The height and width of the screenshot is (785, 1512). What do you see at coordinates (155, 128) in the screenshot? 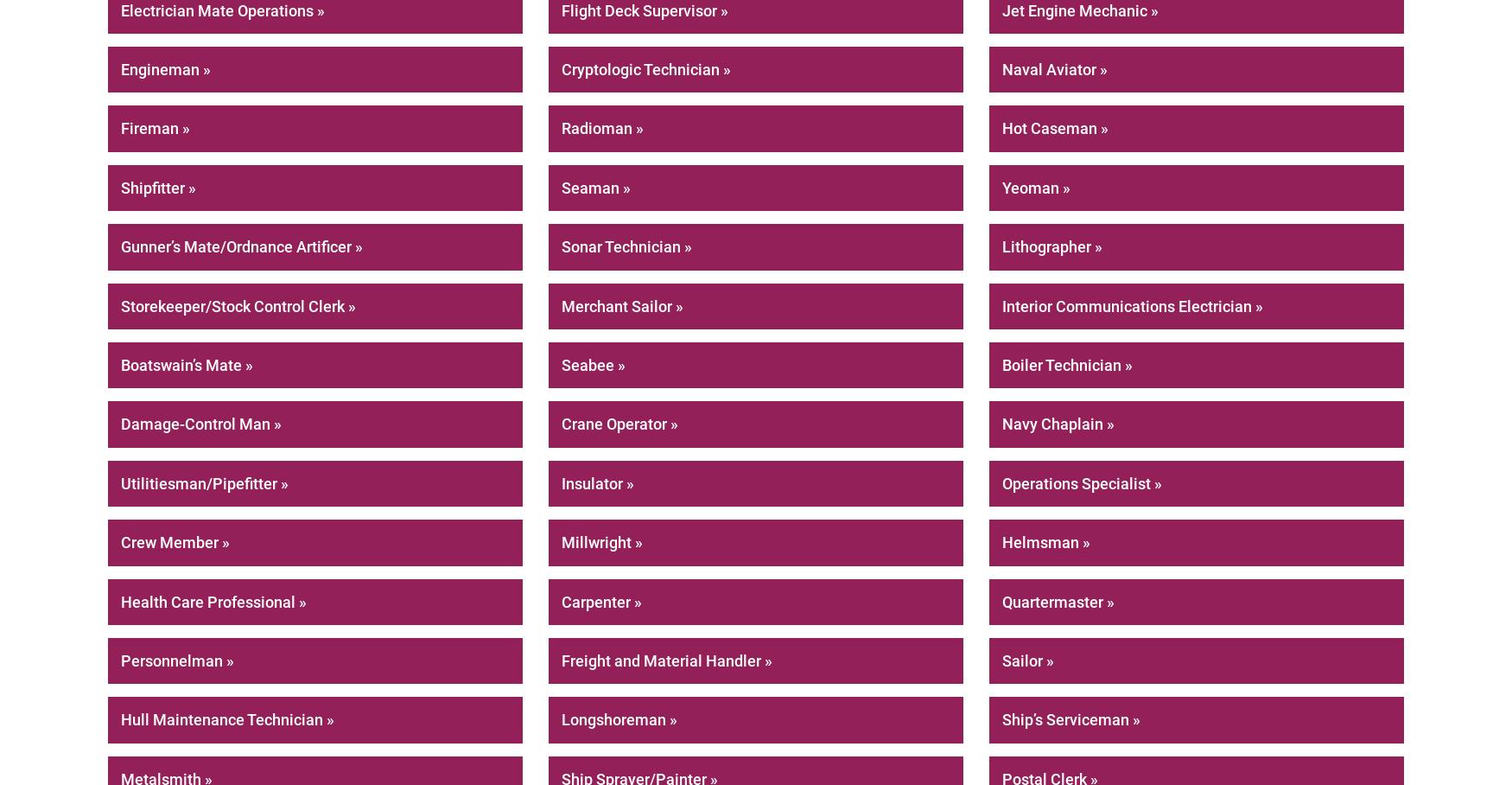
I see `'Fireman »'` at bounding box center [155, 128].